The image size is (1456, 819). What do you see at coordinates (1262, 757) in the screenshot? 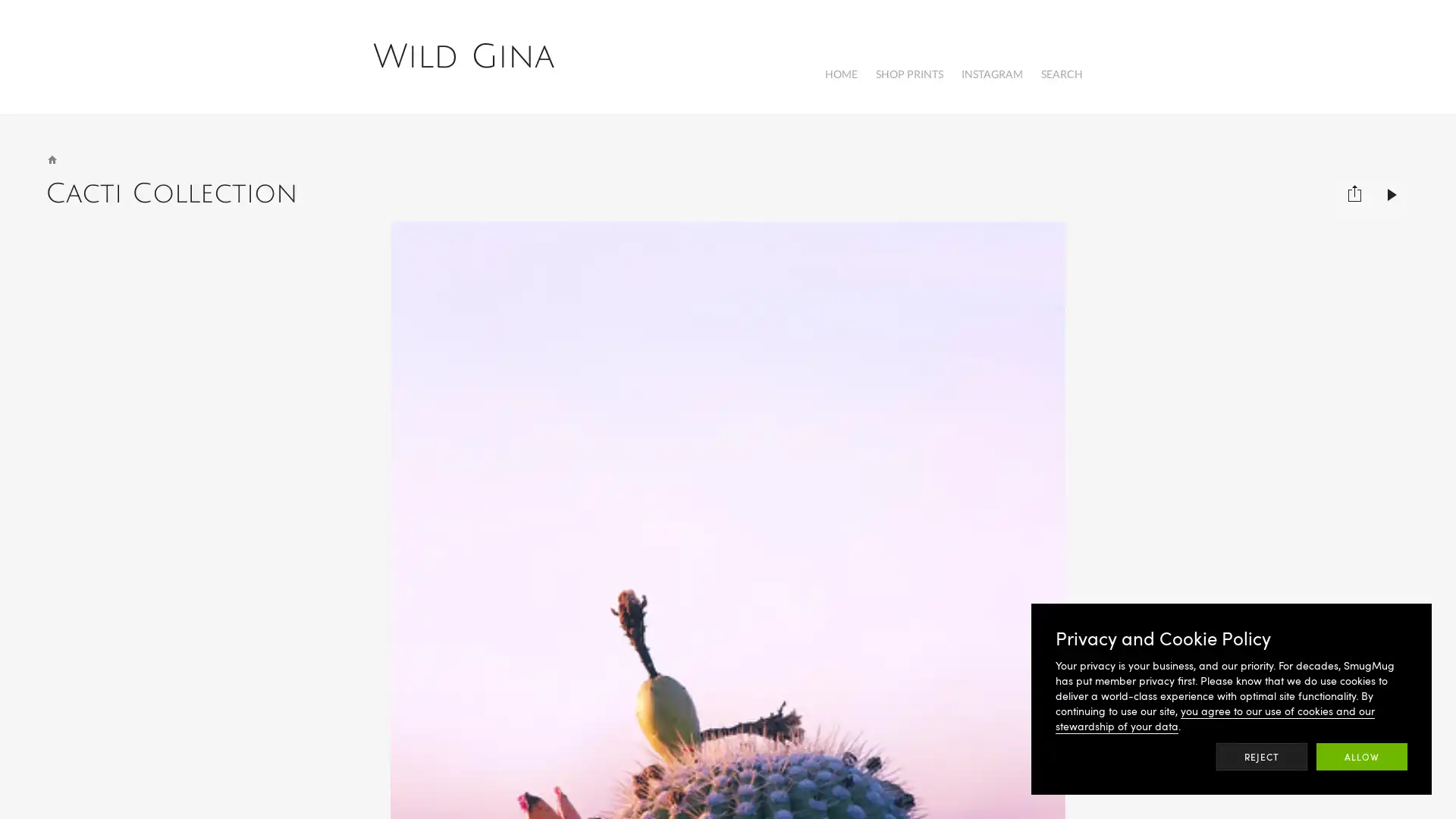
I see `REJECT` at bounding box center [1262, 757].